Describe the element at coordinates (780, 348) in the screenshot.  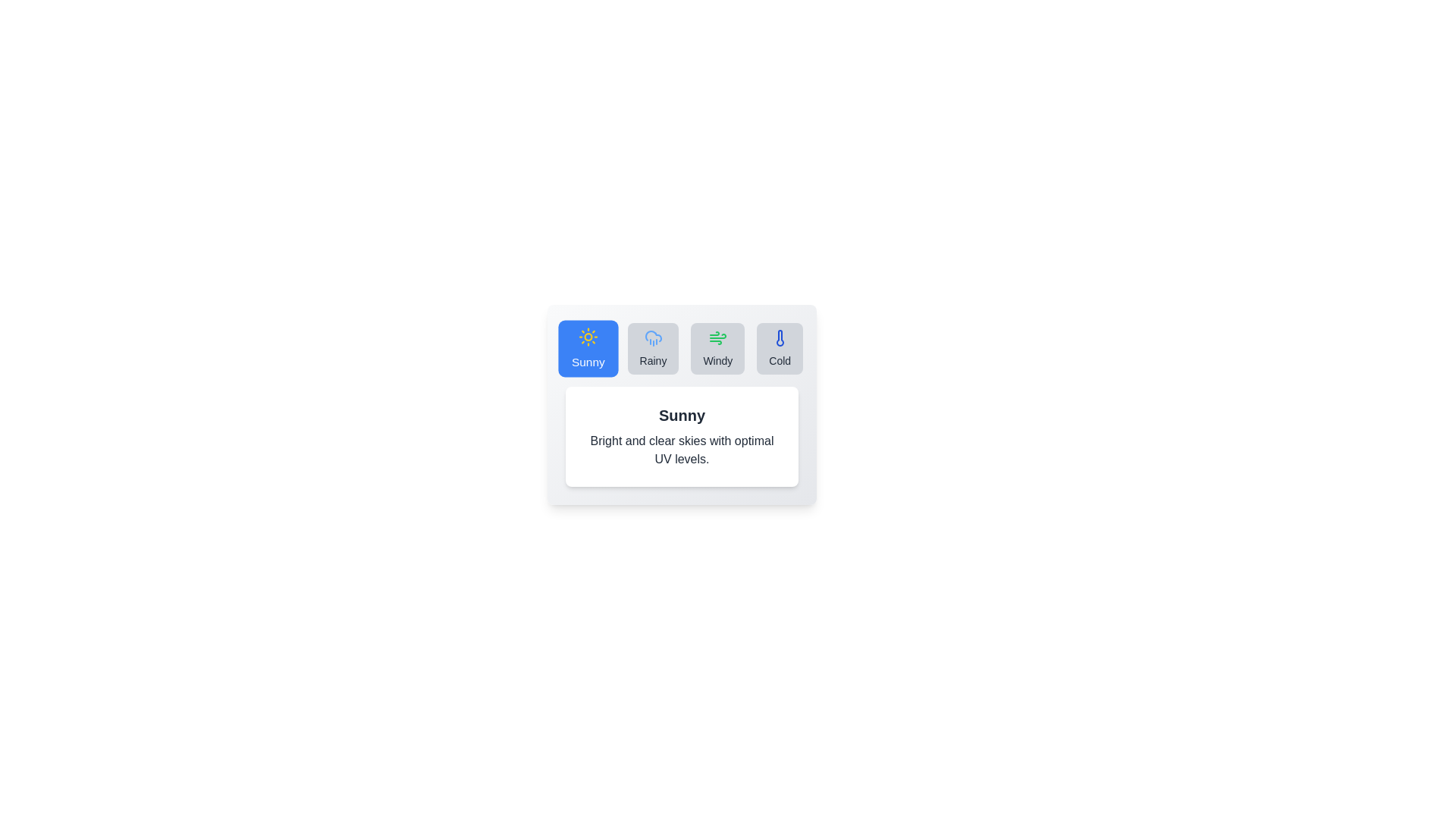
I see `the Cold tab to view its content` at that location.